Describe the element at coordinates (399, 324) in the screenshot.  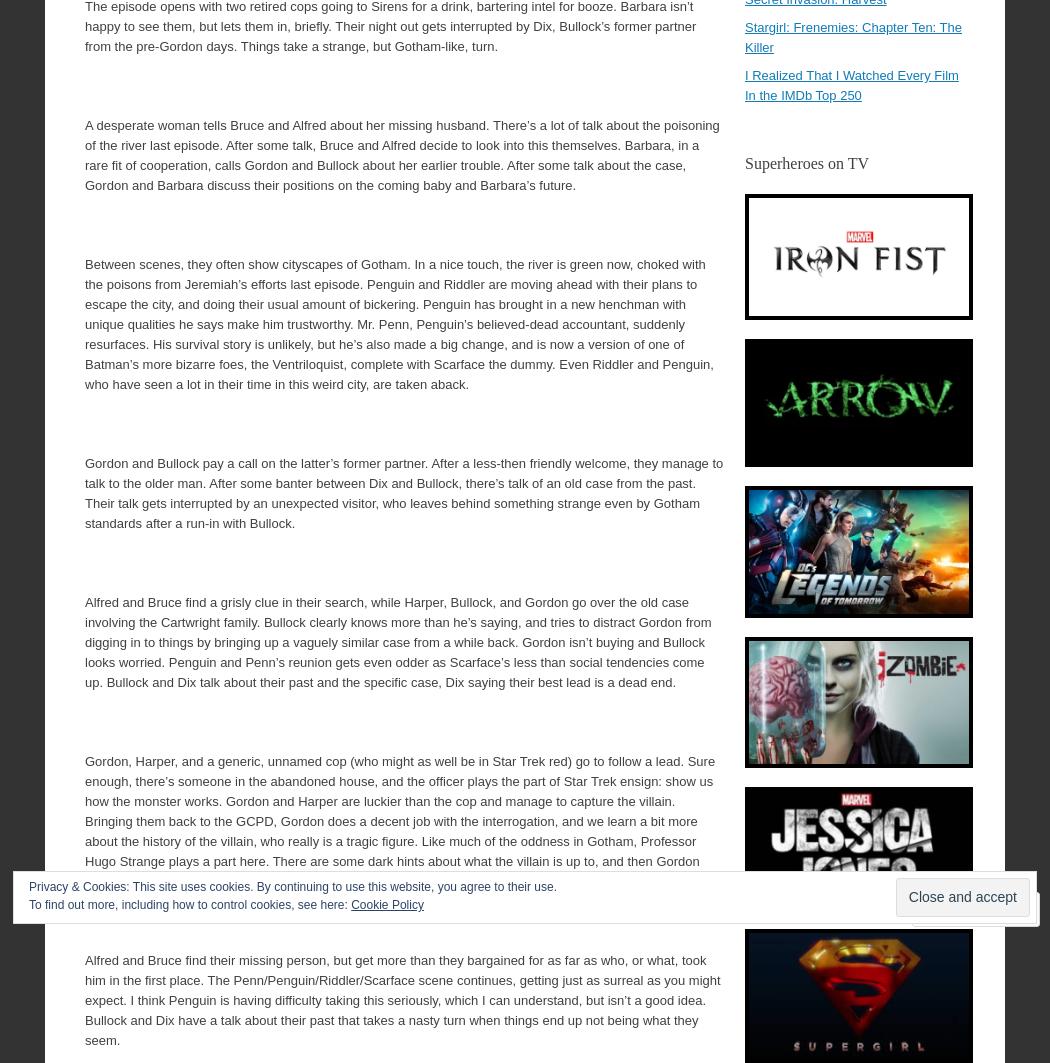
I see `'Between scenes, they often show cityscapes of Gotham. In a nice touch, the river is green now, choked with the poisons from Jeremiah’s efforts last episode. Penguin and Riddler are moving ahead with their plans to escape the city, and doing their usual amount of bickering. Penguin has brought in a new henchman with unique qualities he says make him trustworthy. Mr. Penn, Penguin’s believed-dead accountant, suddenly resurfaces. His survival story is unlikely, but he’s also made a big change, and is now a version of one of Batman’s more bizarre foes, the Ventriloquist, complete with Scarface the dummy. Even Riddler and Penguin, who have seen a lot in their time in this weird city, are taken aback.'` at that location.